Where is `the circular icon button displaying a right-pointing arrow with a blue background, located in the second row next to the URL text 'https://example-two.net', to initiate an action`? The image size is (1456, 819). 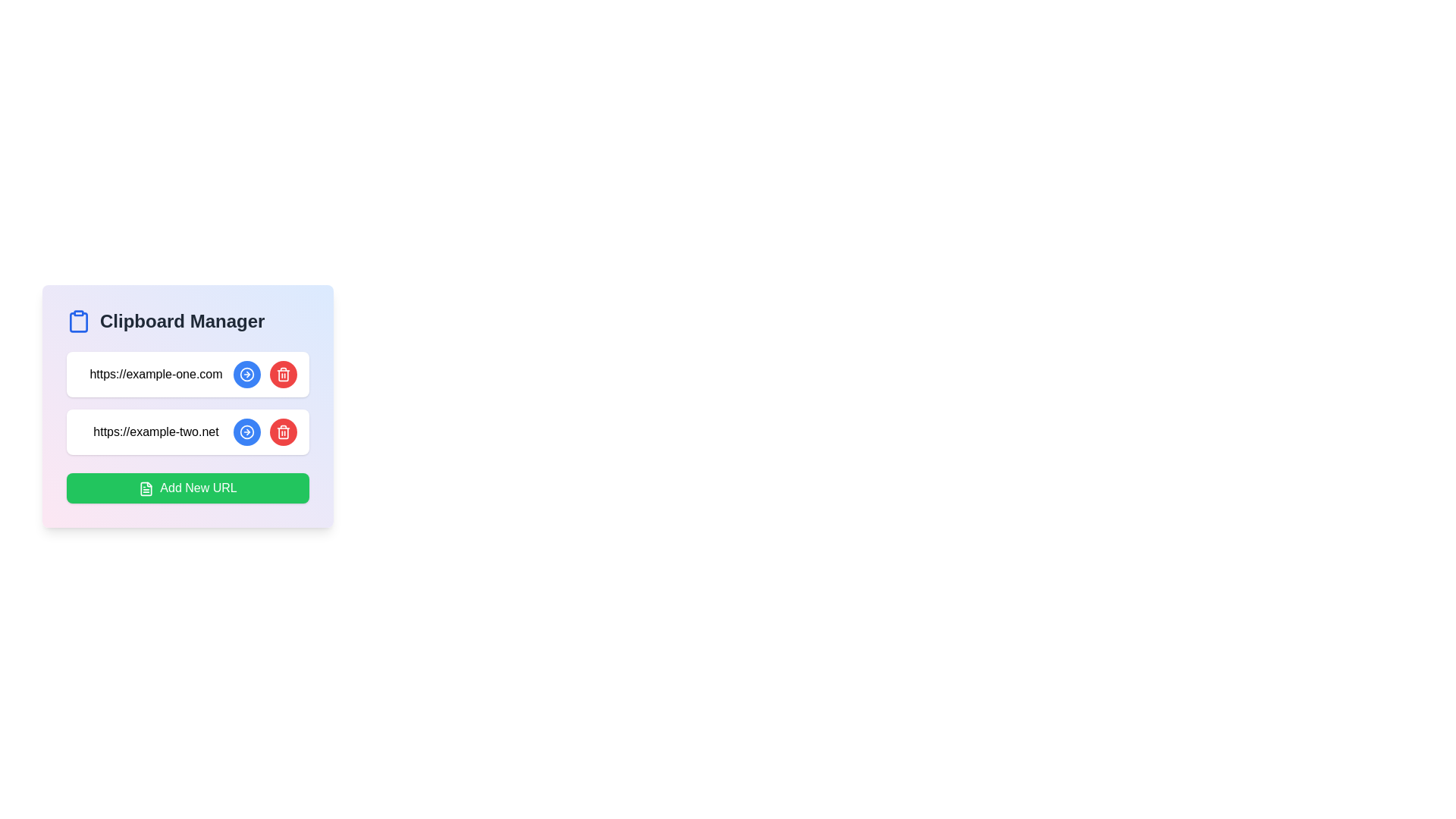 the circular icon button displaying a right-pointing arrow with a blue background, located in the second row next to the URL text 'https://example-two.net', to initiate an action is located at coordinates (247, 374).